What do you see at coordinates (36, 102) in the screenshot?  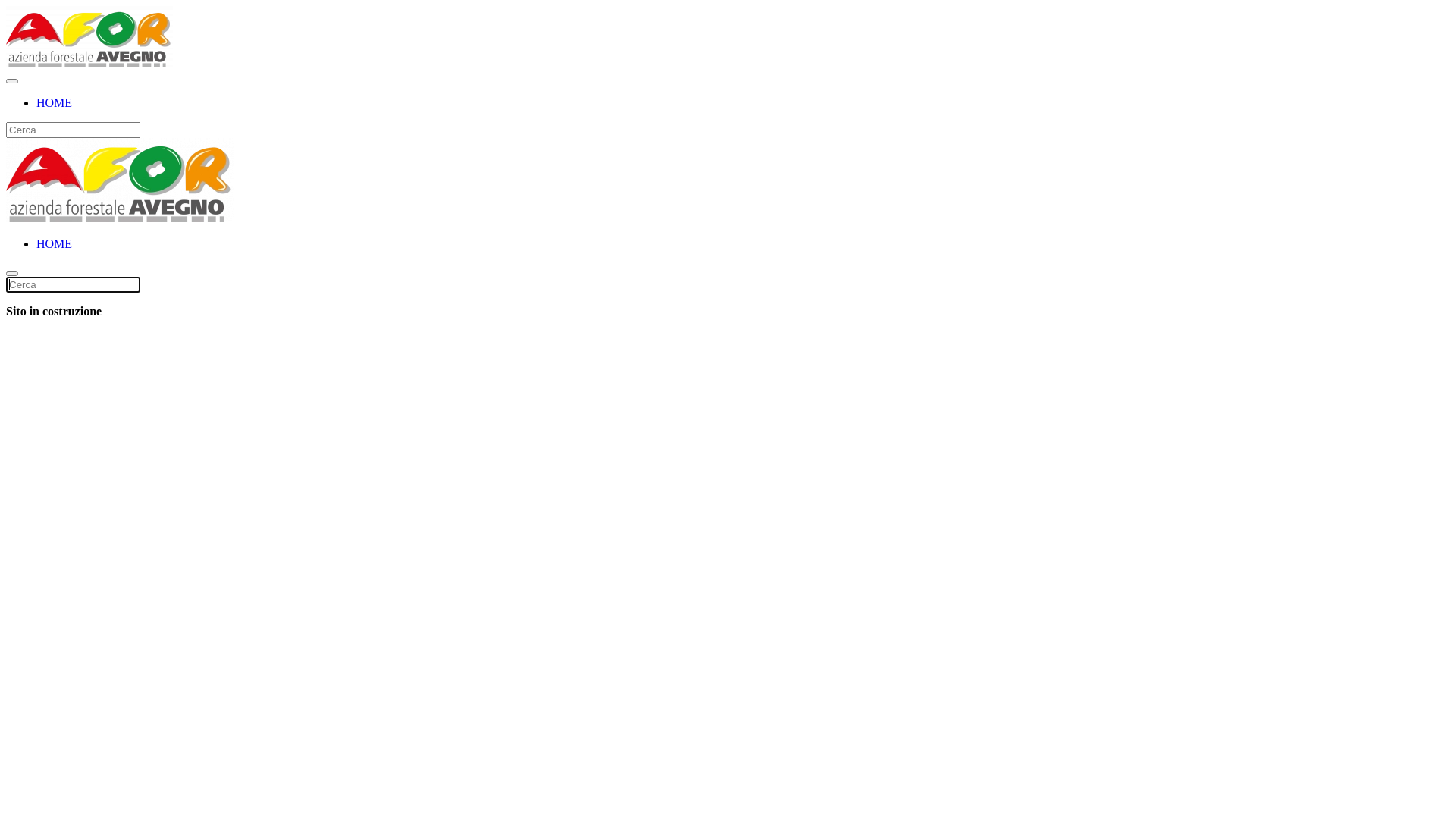 I see `'HOME'` at bounding box center [36, 102].